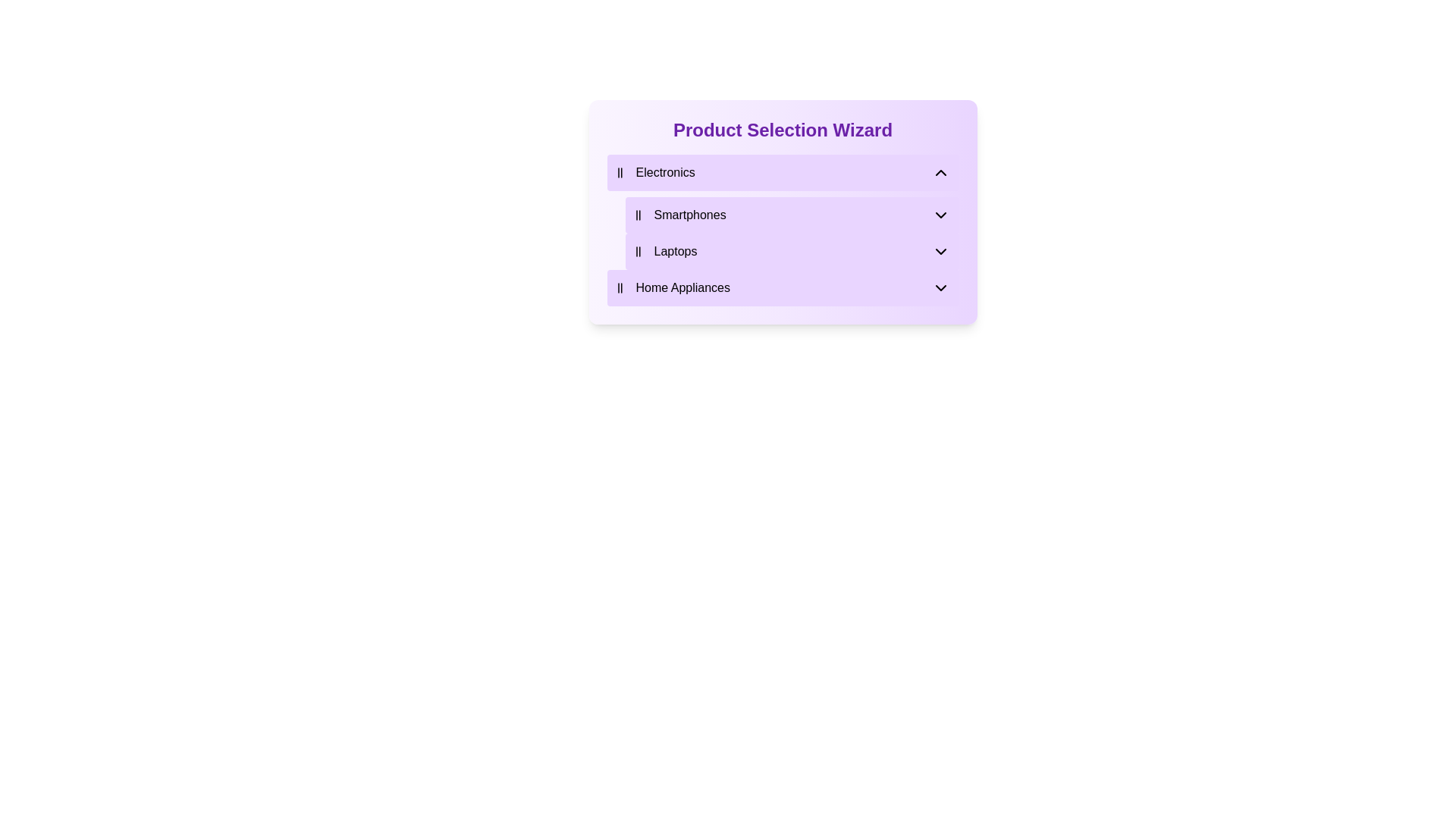  What do you see at coordinates (679, 215) in the screenshot?
I see `'Smartphones' category label, which is positioned within the selection section under 'Electronics', between 'Laptops' and 'Home Appliances'` at bounding box center [679, 215].